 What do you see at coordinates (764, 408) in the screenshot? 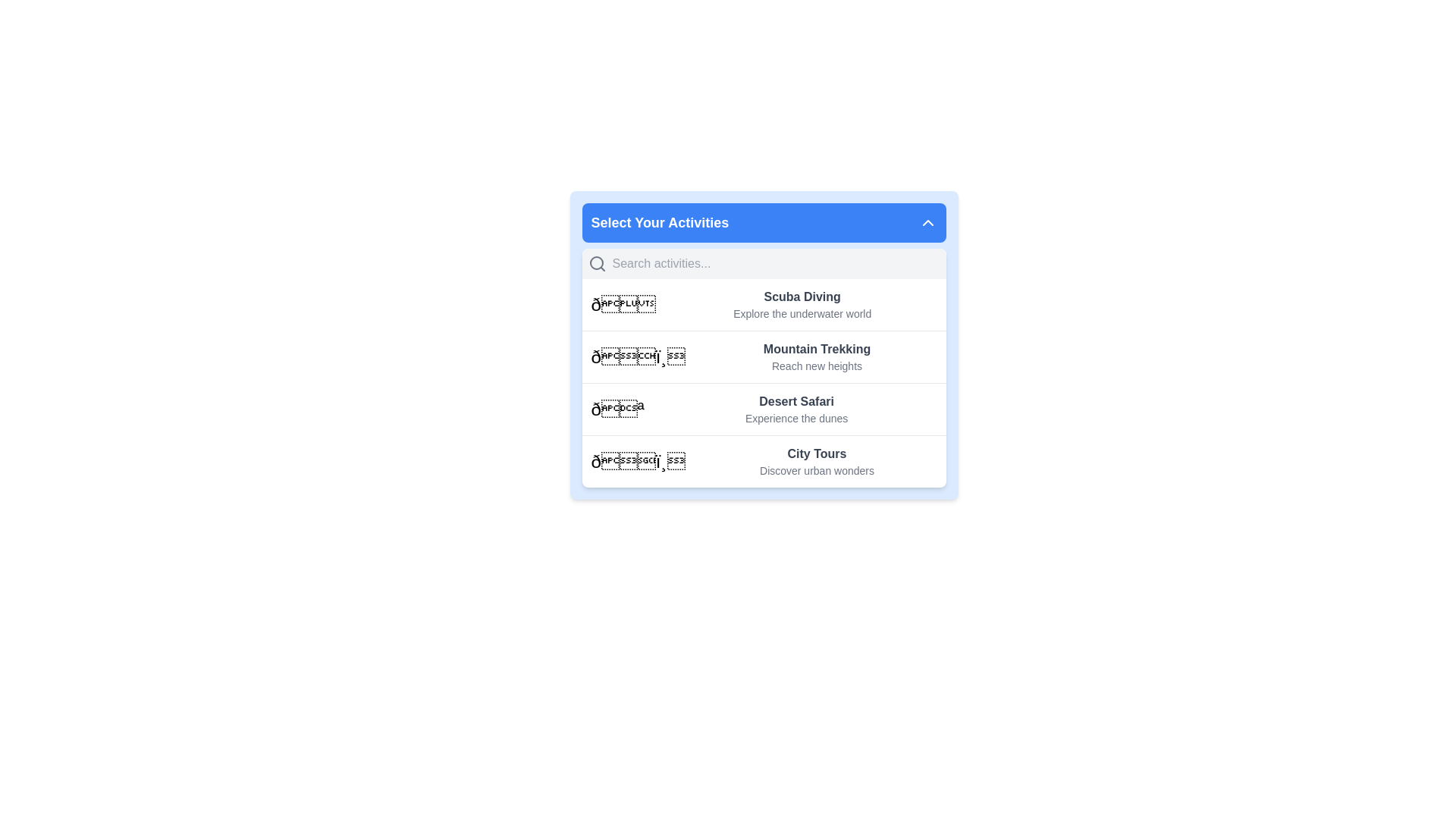
I see `the 'Desert Safari' option in the list, which is the third item in a vertical list of selectable activities` at bounding box center [764, 408].